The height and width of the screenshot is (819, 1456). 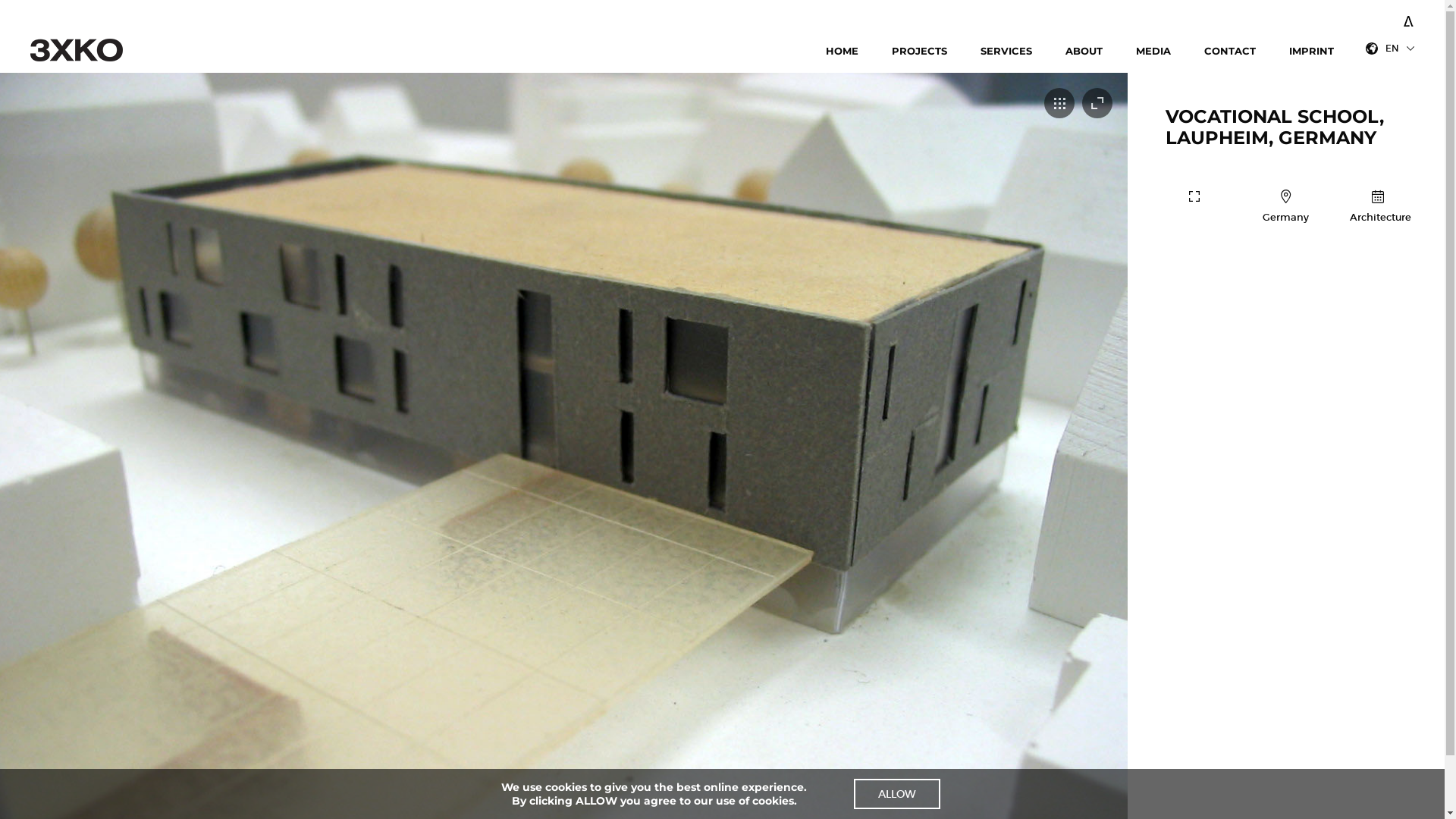 I want to click on 'PROJECTS', so click(x=892, y=51).